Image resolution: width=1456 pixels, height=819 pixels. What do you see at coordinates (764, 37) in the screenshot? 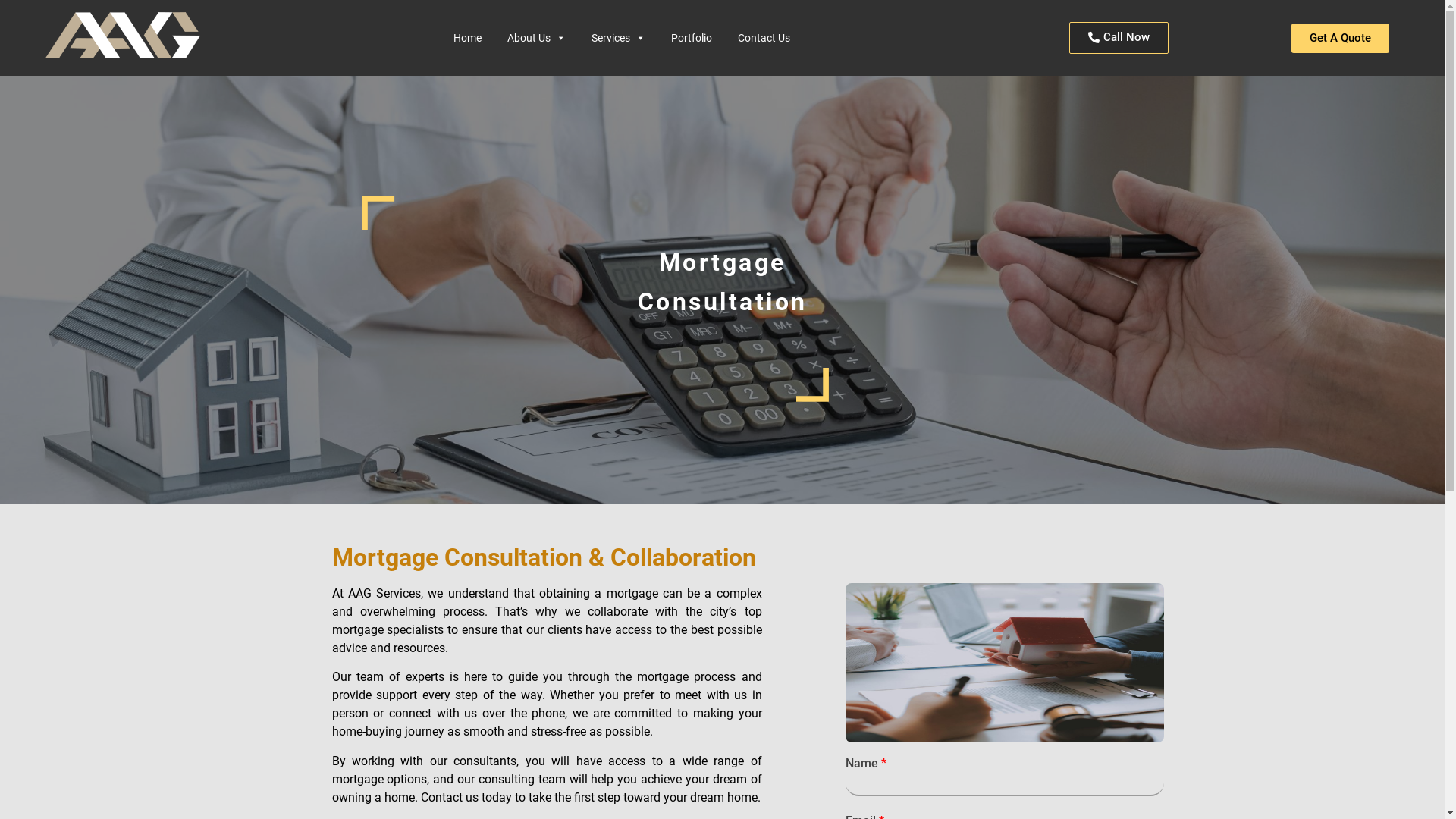
I see `'Contact Us'` at bounding box center [764, 37].